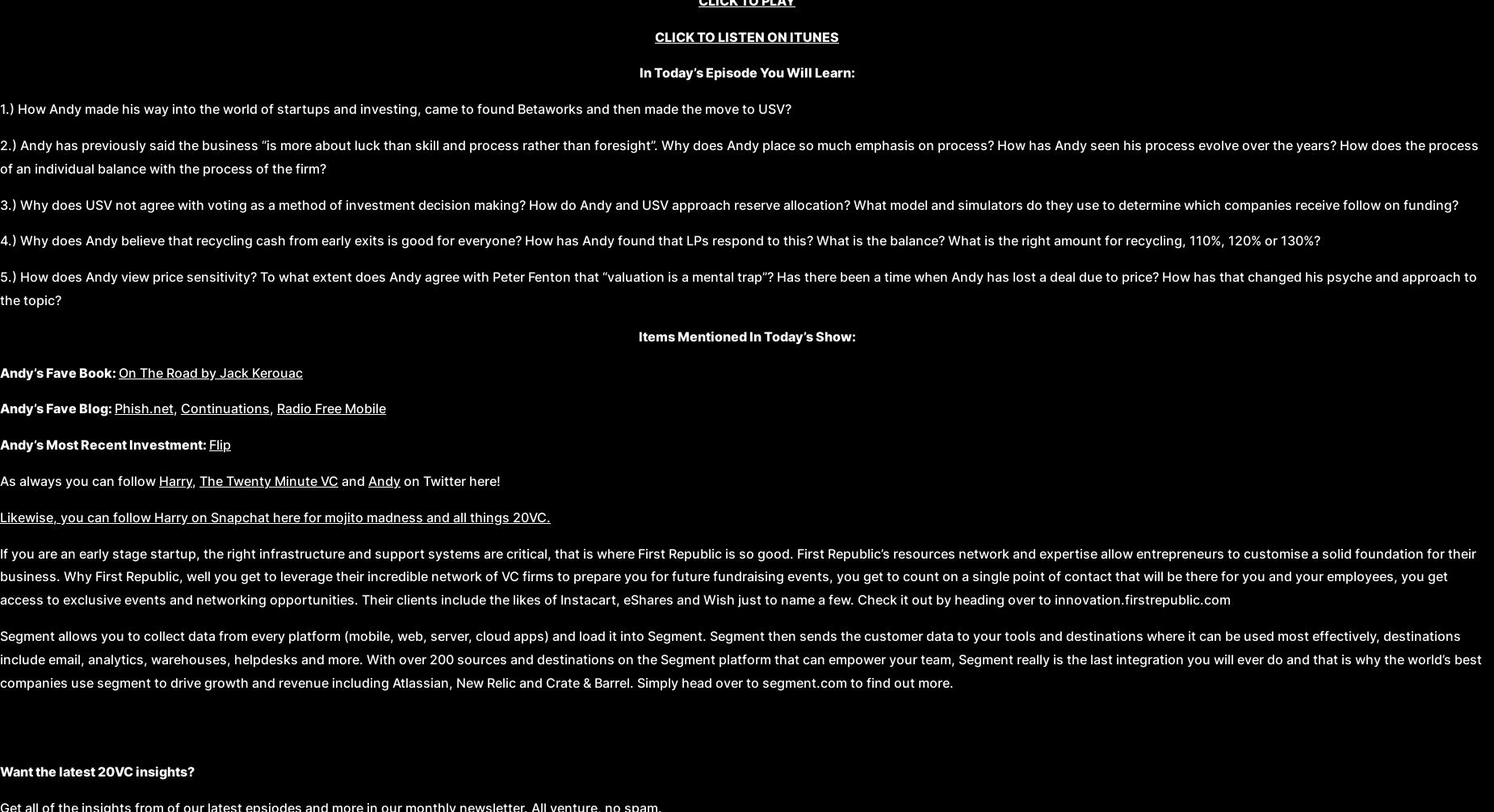 The height and width of the screenshot is (812, 1494). I want to click on 'Radio Free Mobile', so click(330, 408).